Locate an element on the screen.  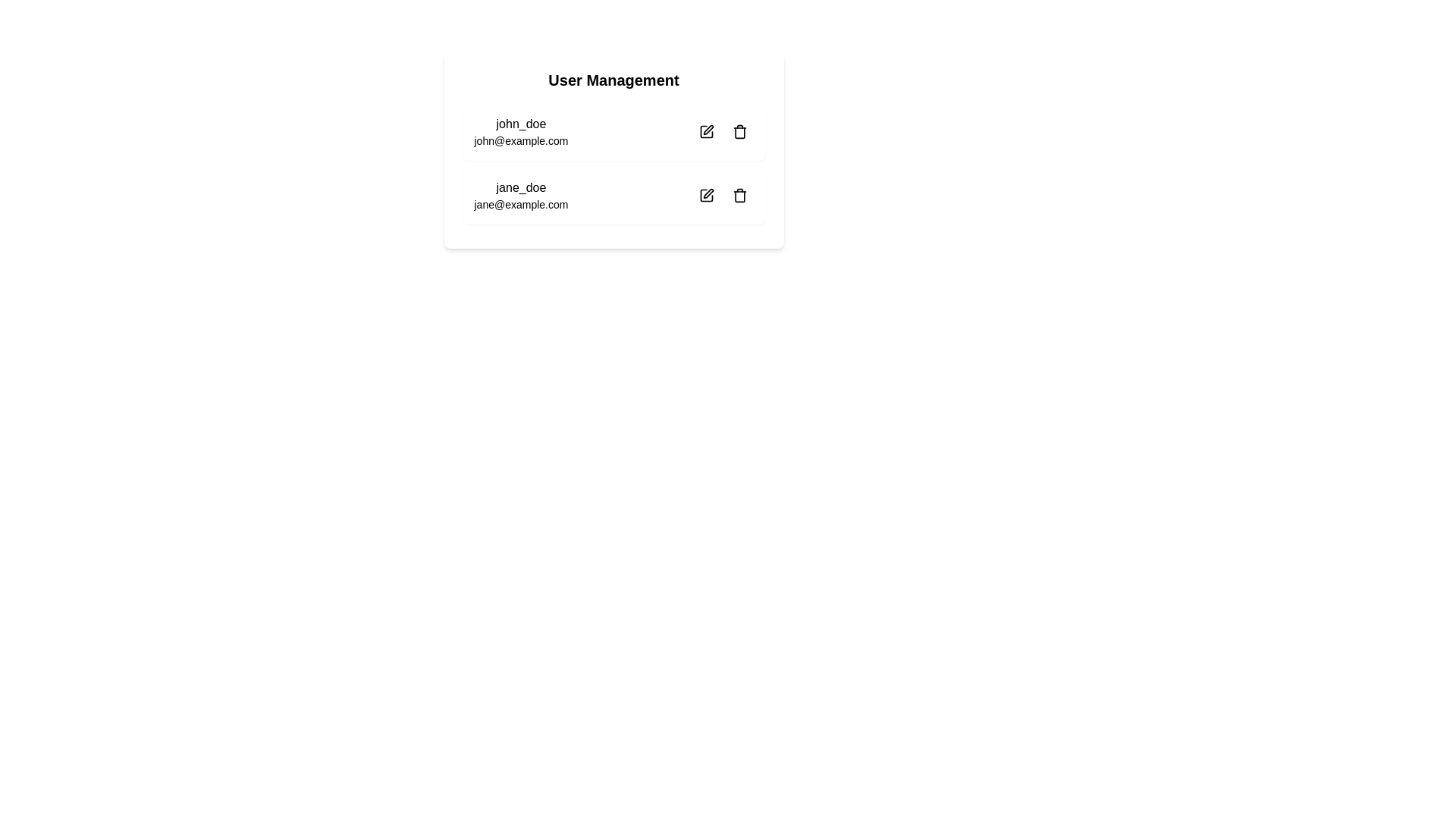
the circular button with an icon that allows editing actions for the associated user information of 'jane_doe' is located at coordinates (705, 195).